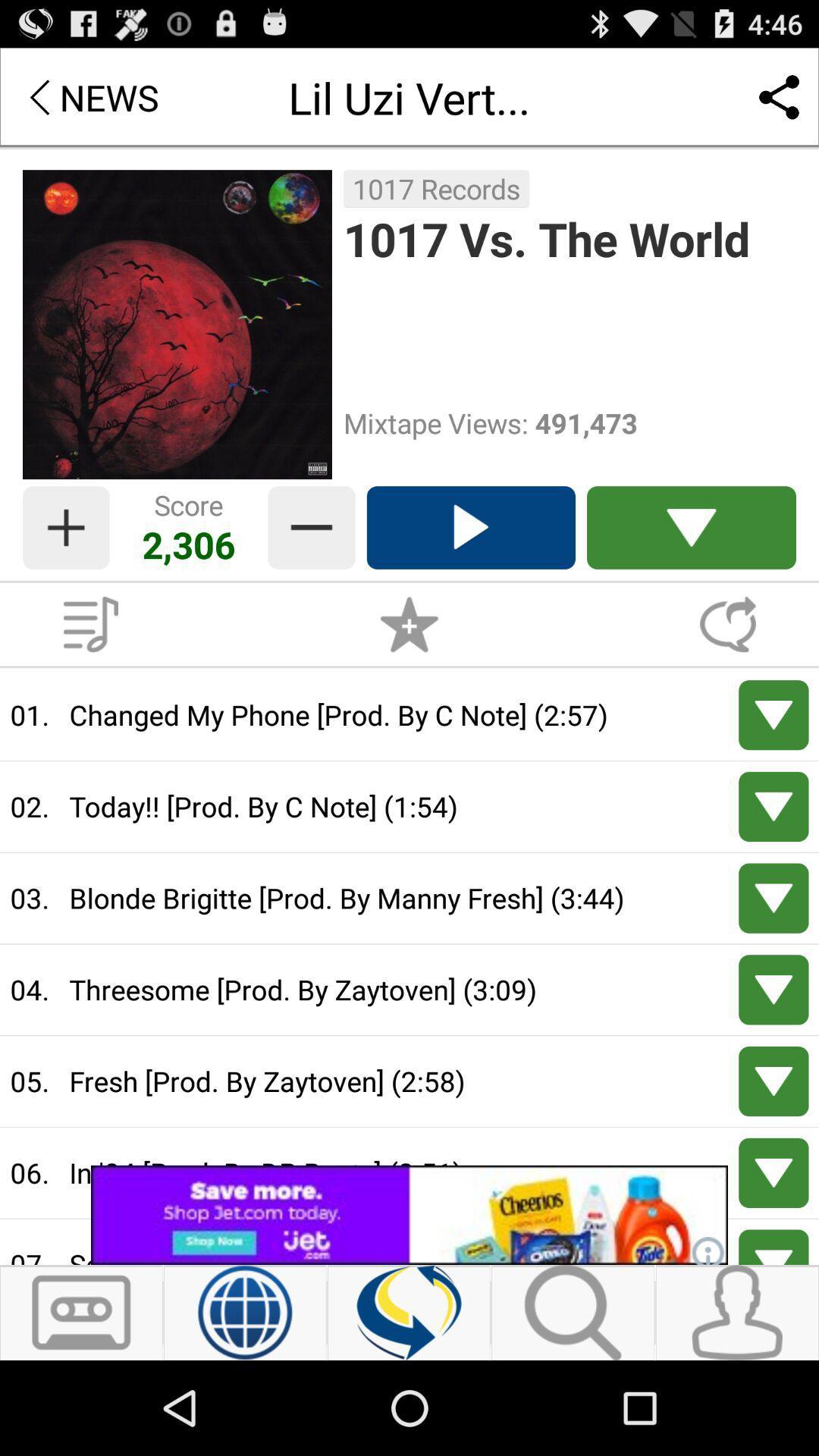  Describe the element at coordinates (409, 1215) in the screenshot. I see `share the article` at that location.